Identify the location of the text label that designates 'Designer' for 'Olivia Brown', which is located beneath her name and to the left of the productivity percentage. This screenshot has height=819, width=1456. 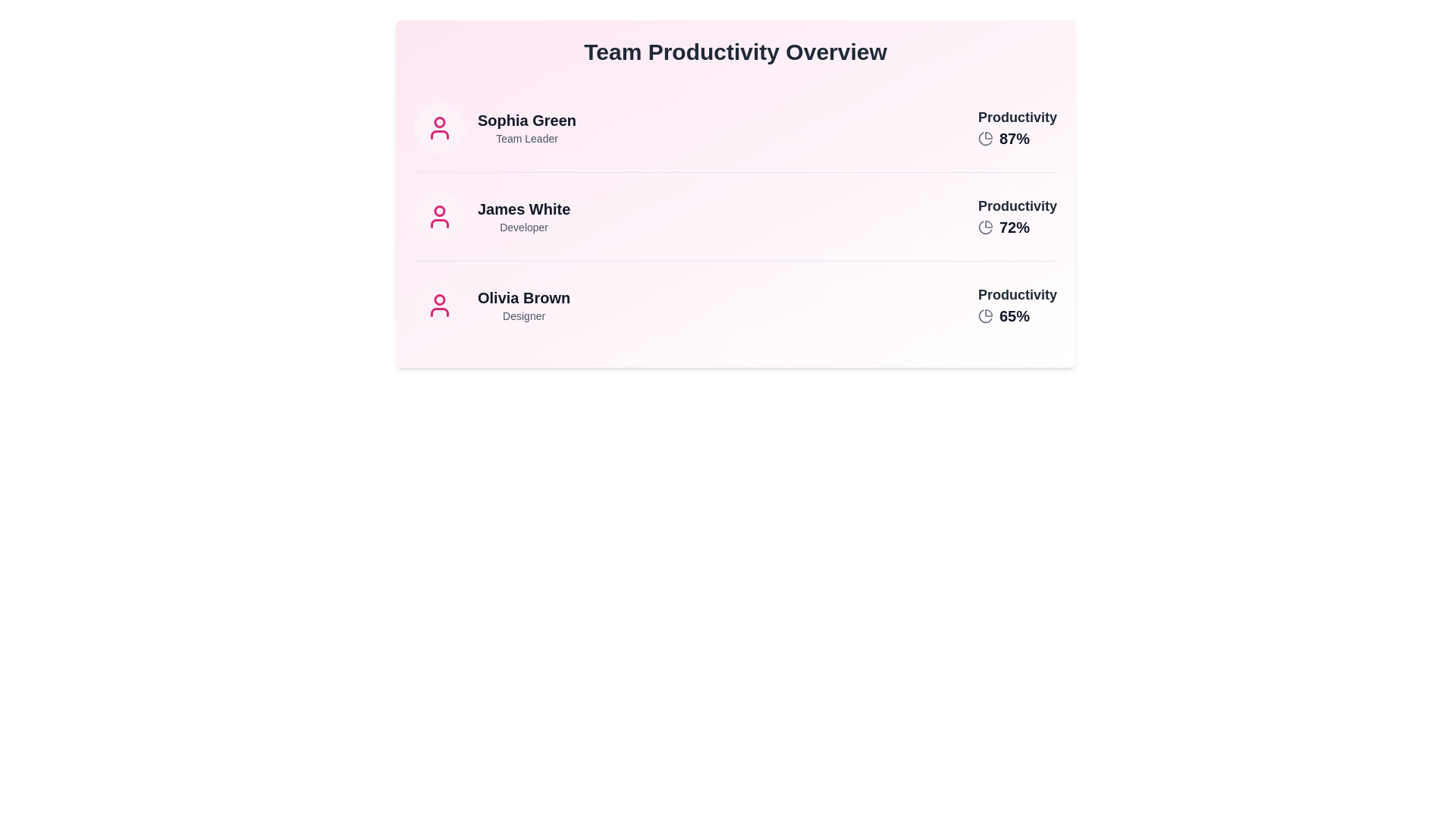
(524, 315).